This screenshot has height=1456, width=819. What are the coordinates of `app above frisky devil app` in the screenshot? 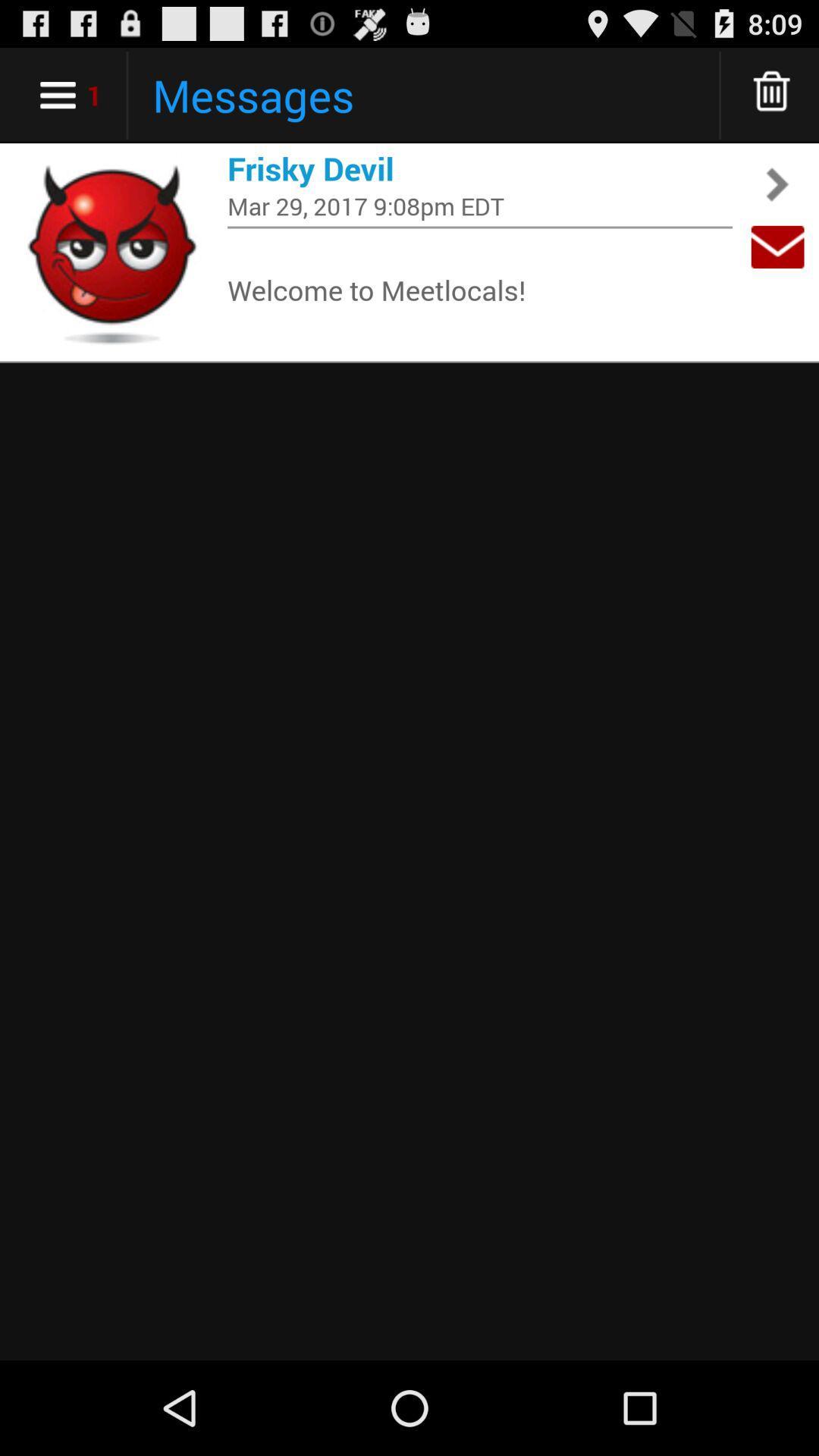 It's located at (772, 94).